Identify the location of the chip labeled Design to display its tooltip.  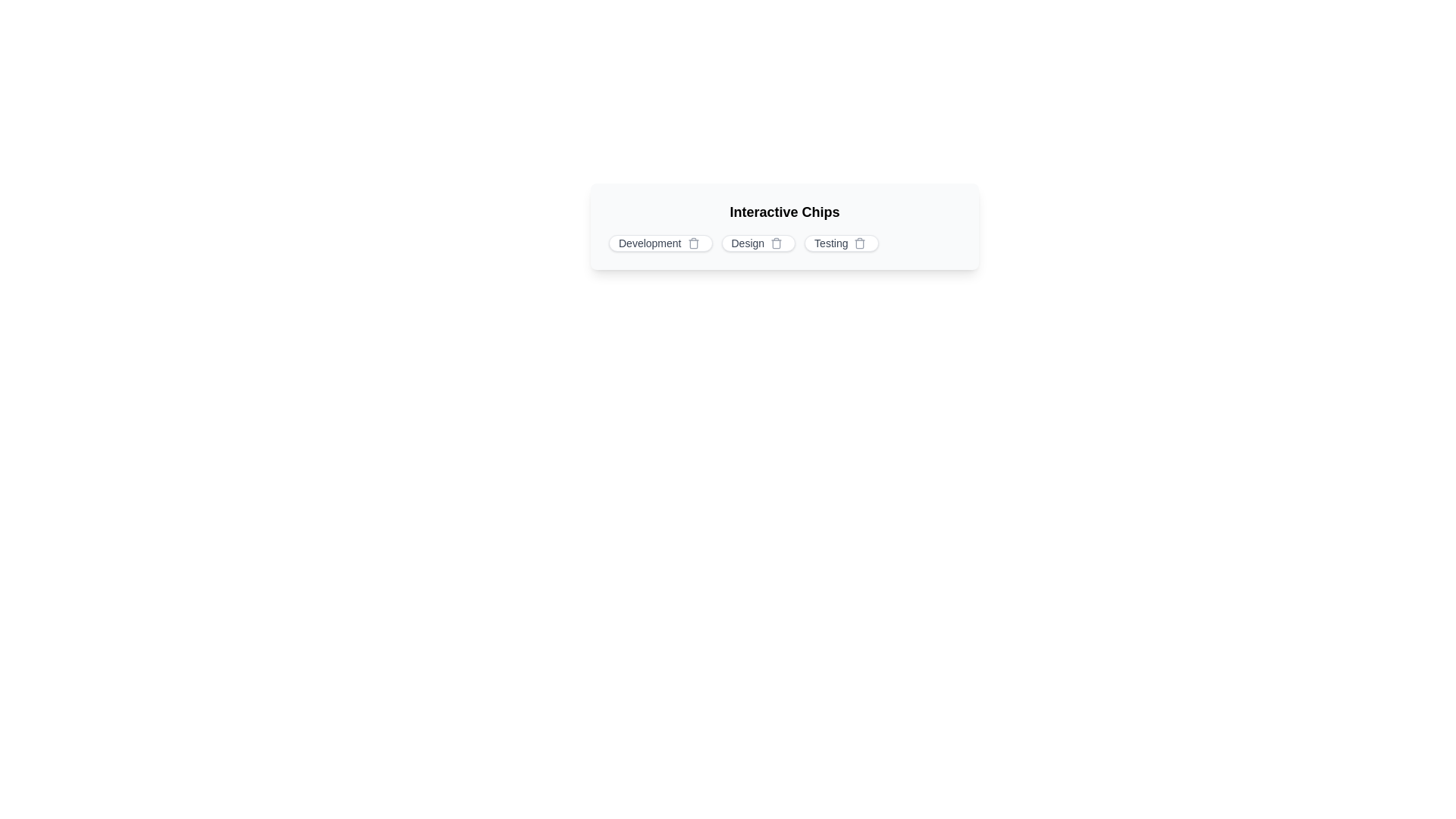
(758, 242).